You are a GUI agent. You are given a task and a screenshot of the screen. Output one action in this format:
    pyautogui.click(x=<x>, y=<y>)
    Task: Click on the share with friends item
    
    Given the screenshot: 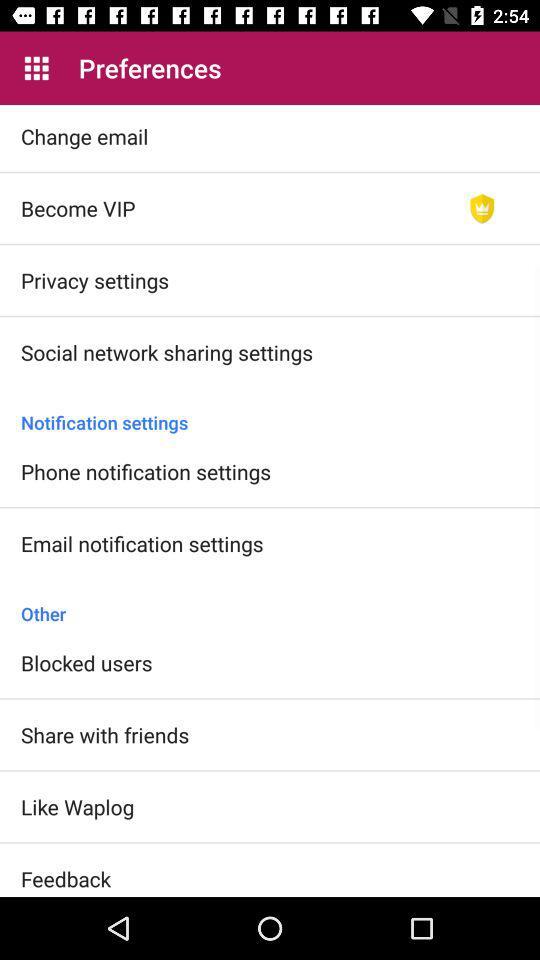 What is the action you would take?
    pyautogui.click(x=105, y=733)
    